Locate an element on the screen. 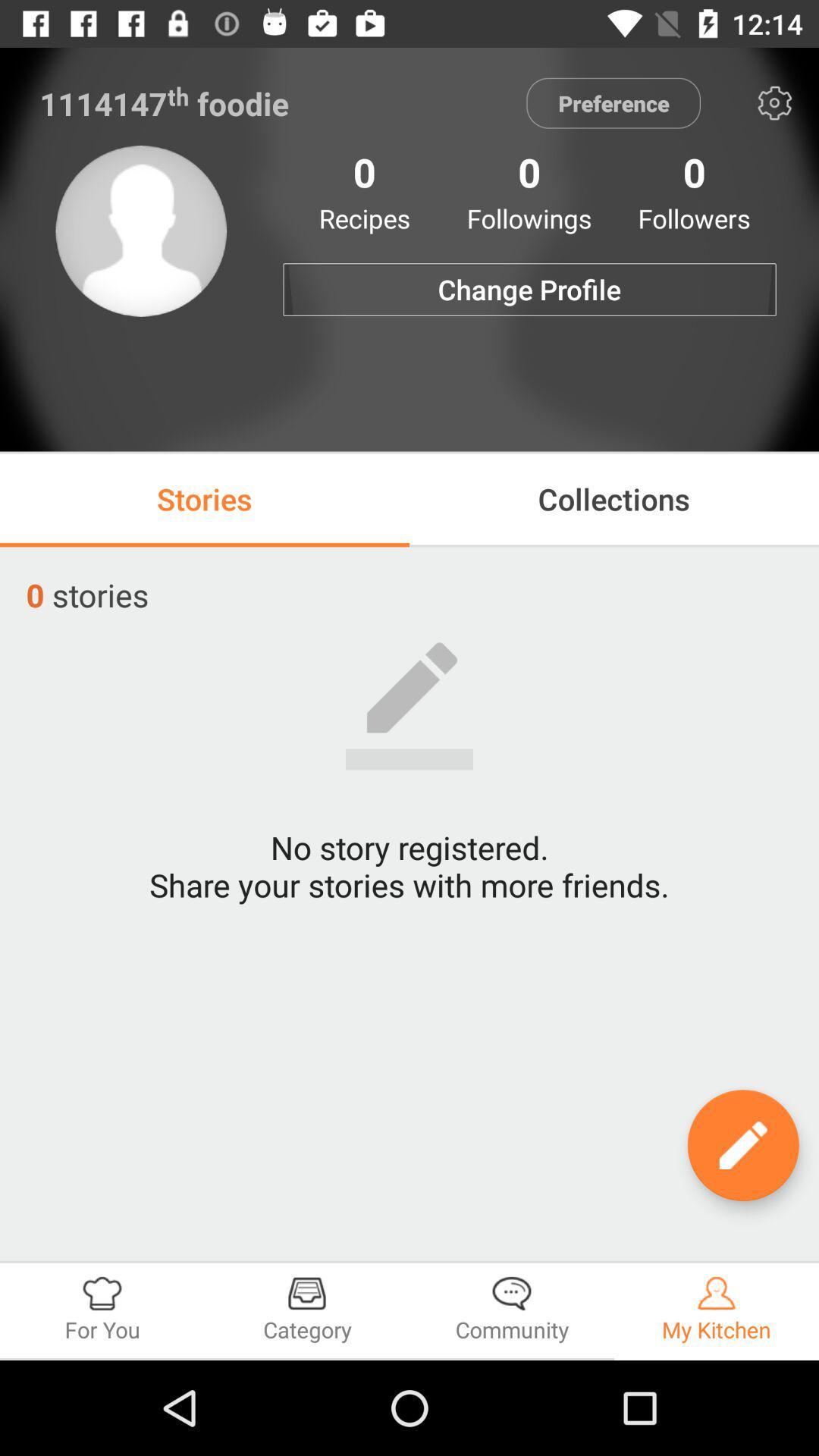 The image size is (819, 1456). settings is located at coordinates (774, 102).